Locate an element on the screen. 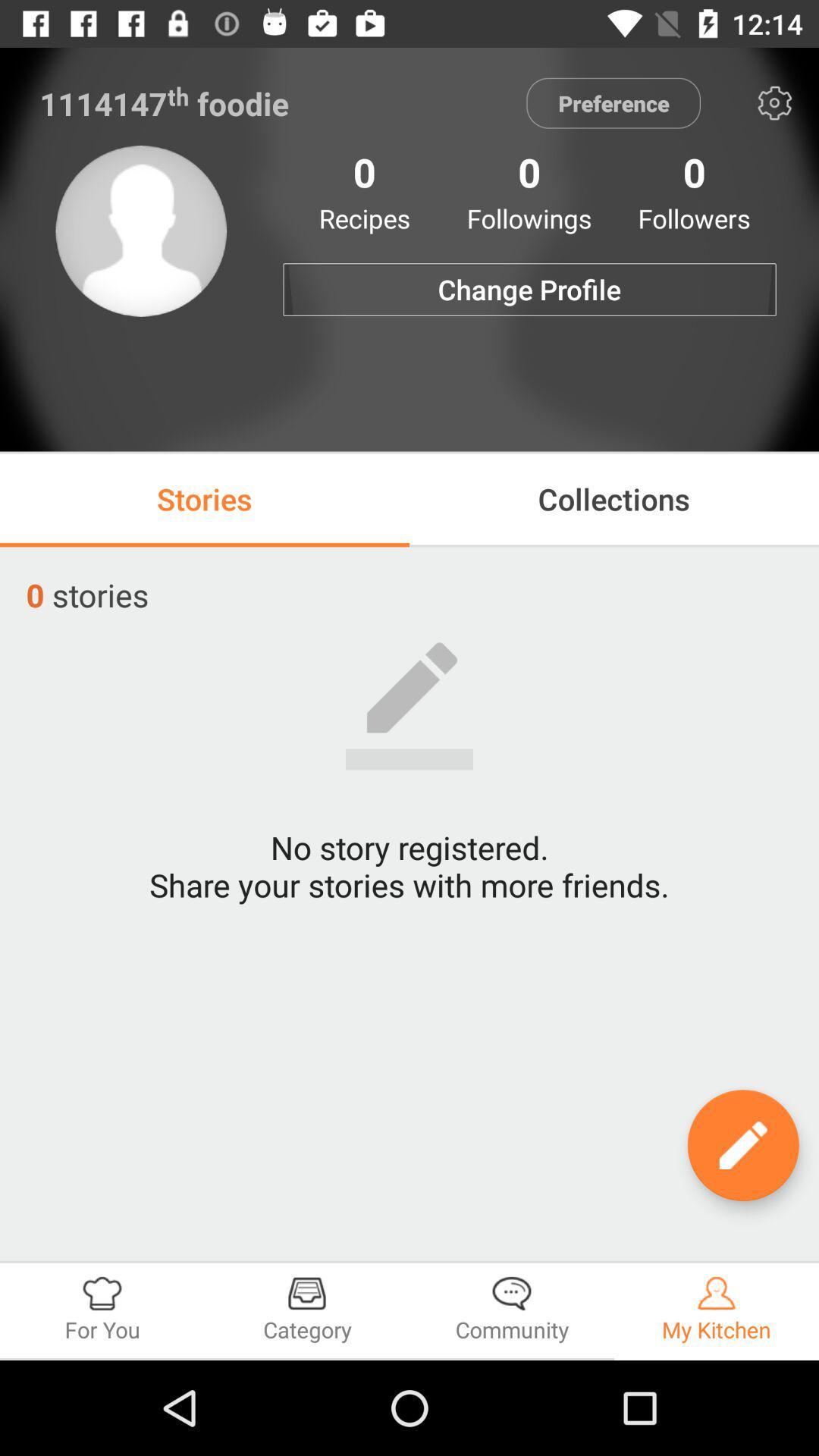 The image size is (819, 1456). settings is located at coordinates (774, 102).